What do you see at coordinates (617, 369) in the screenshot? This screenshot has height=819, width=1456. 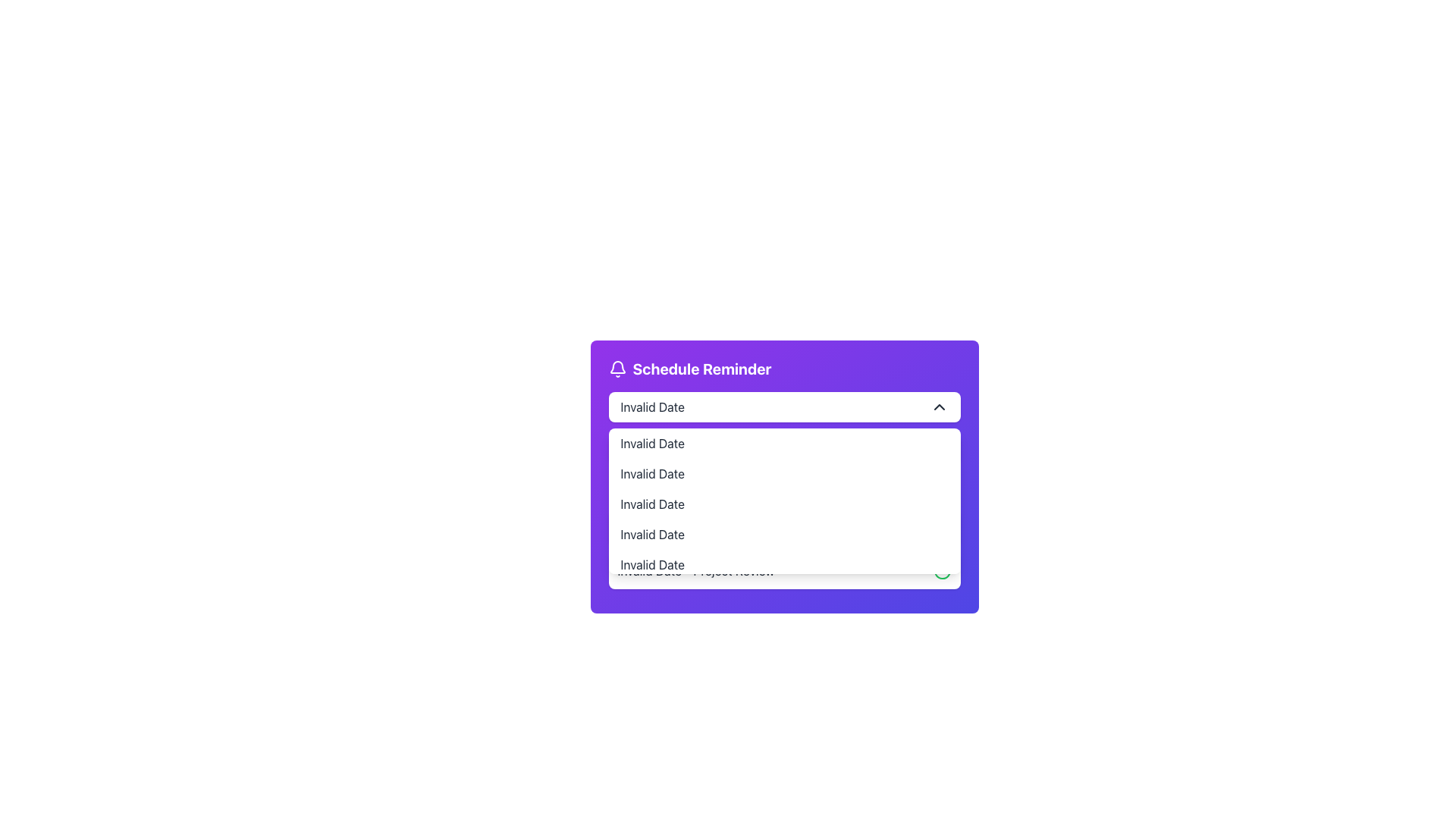 I see `the bell icon outlined in white with a small circular protrusion, located on a purple background within the header 'Schedule Reminder'` at bounding box center [617, 369].